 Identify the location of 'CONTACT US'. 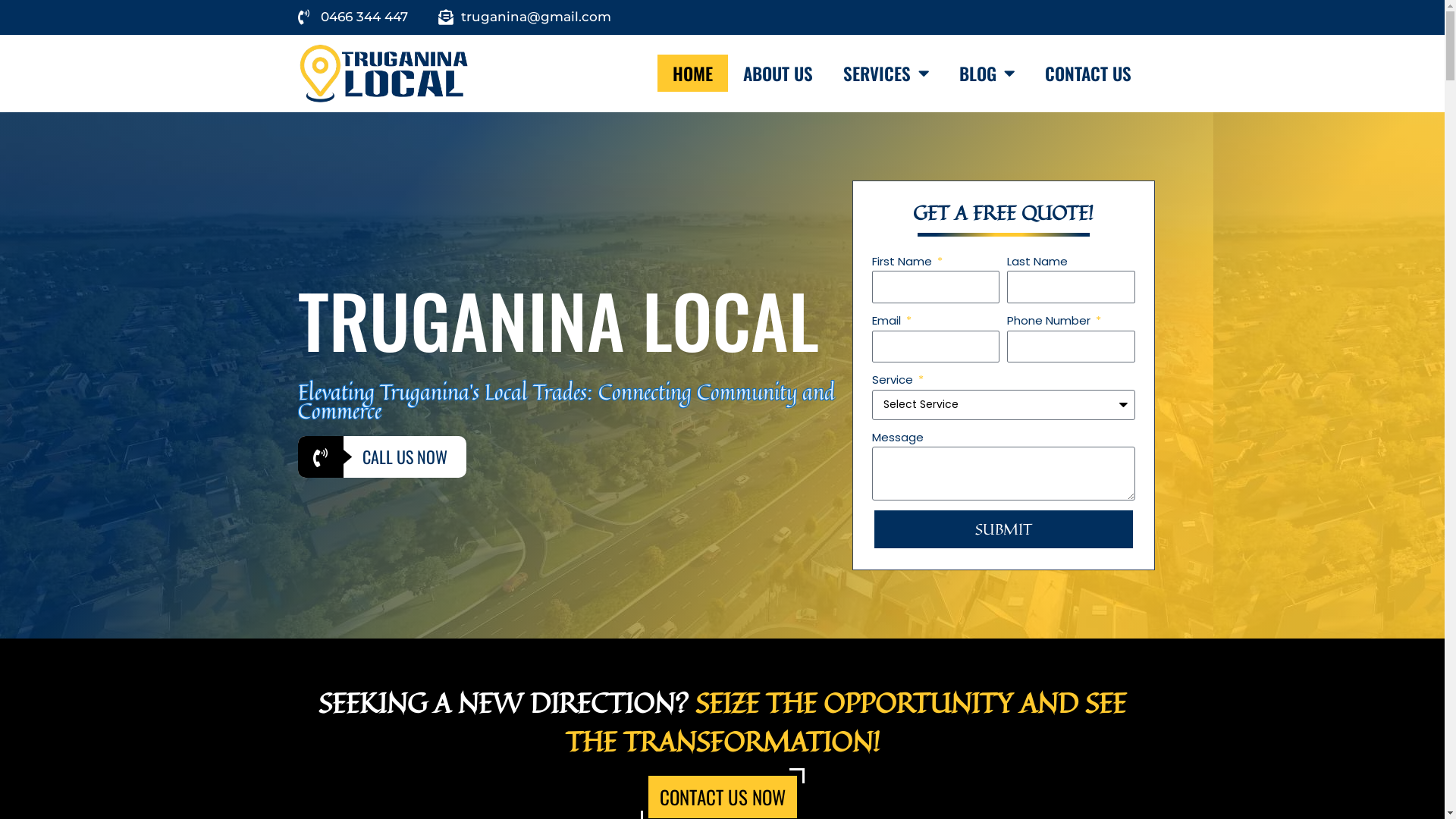
(1087, 73).